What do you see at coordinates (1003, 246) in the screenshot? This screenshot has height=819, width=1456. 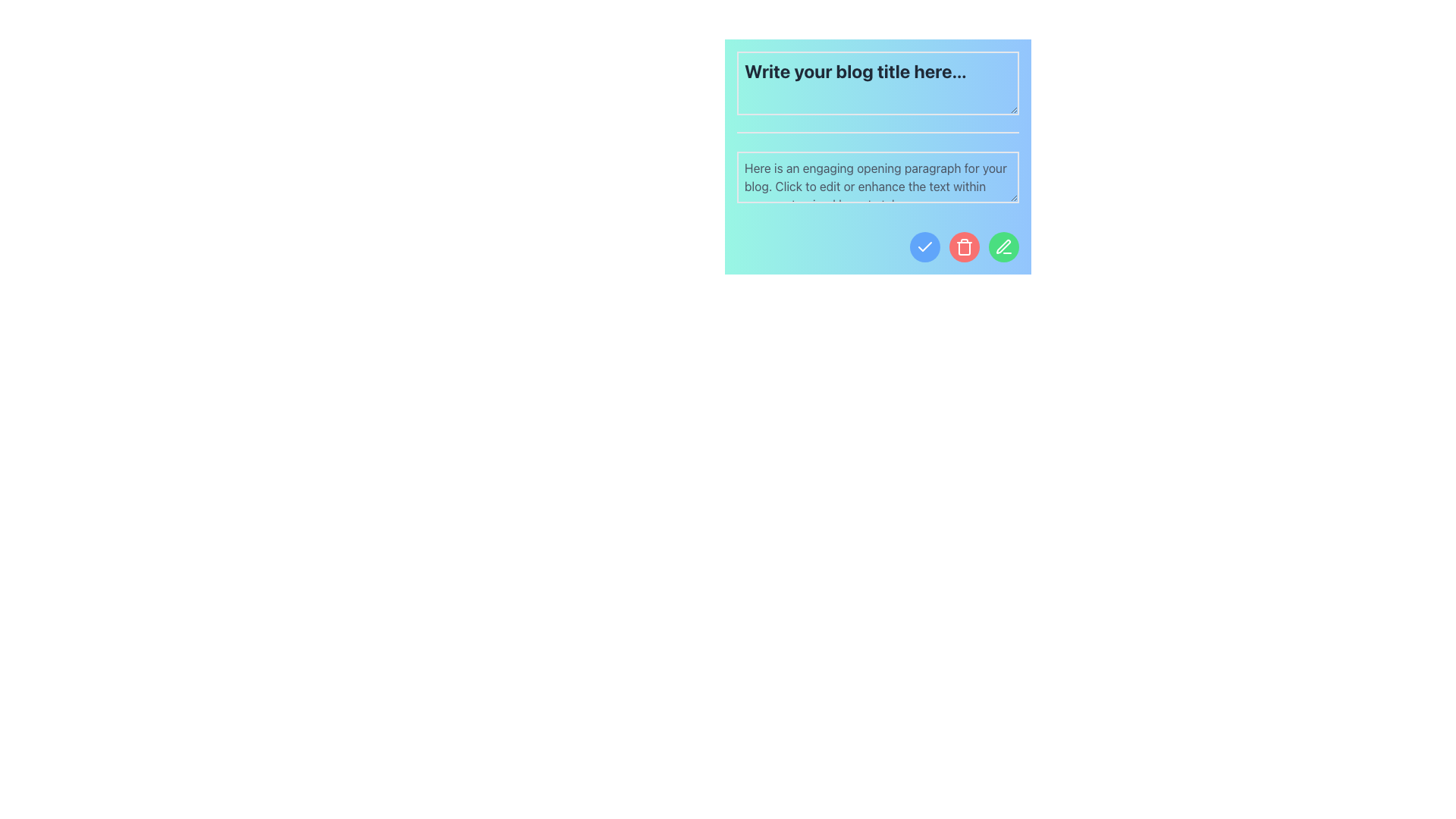 I see `the green circular button with a white pen icon located at the bottom-right of the card interface to initiate the edit functionality` at bounding box center [1003, 246].